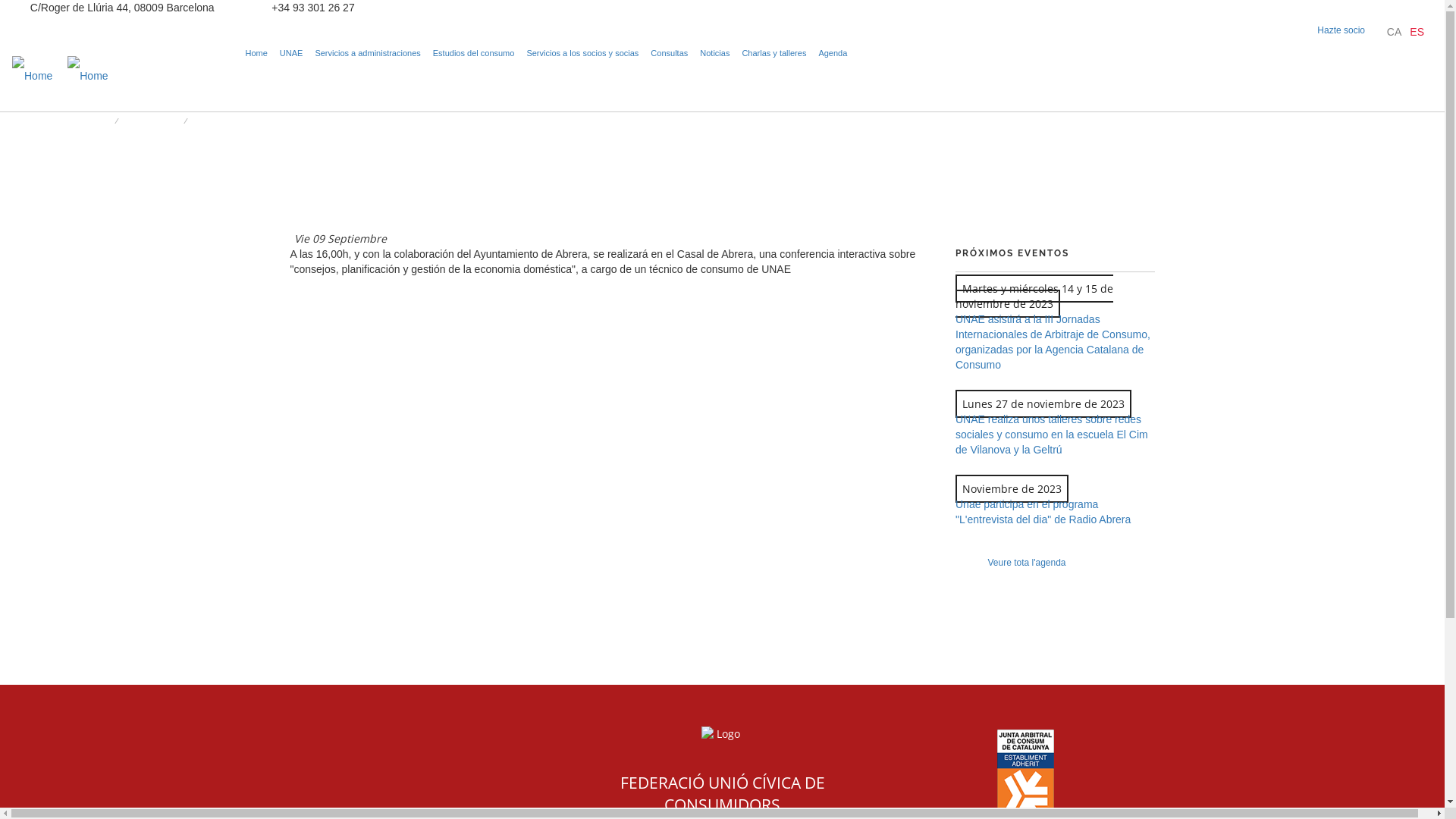 The image size is (1456, 819). I want to click on 'Agenda', so click(832, 52).